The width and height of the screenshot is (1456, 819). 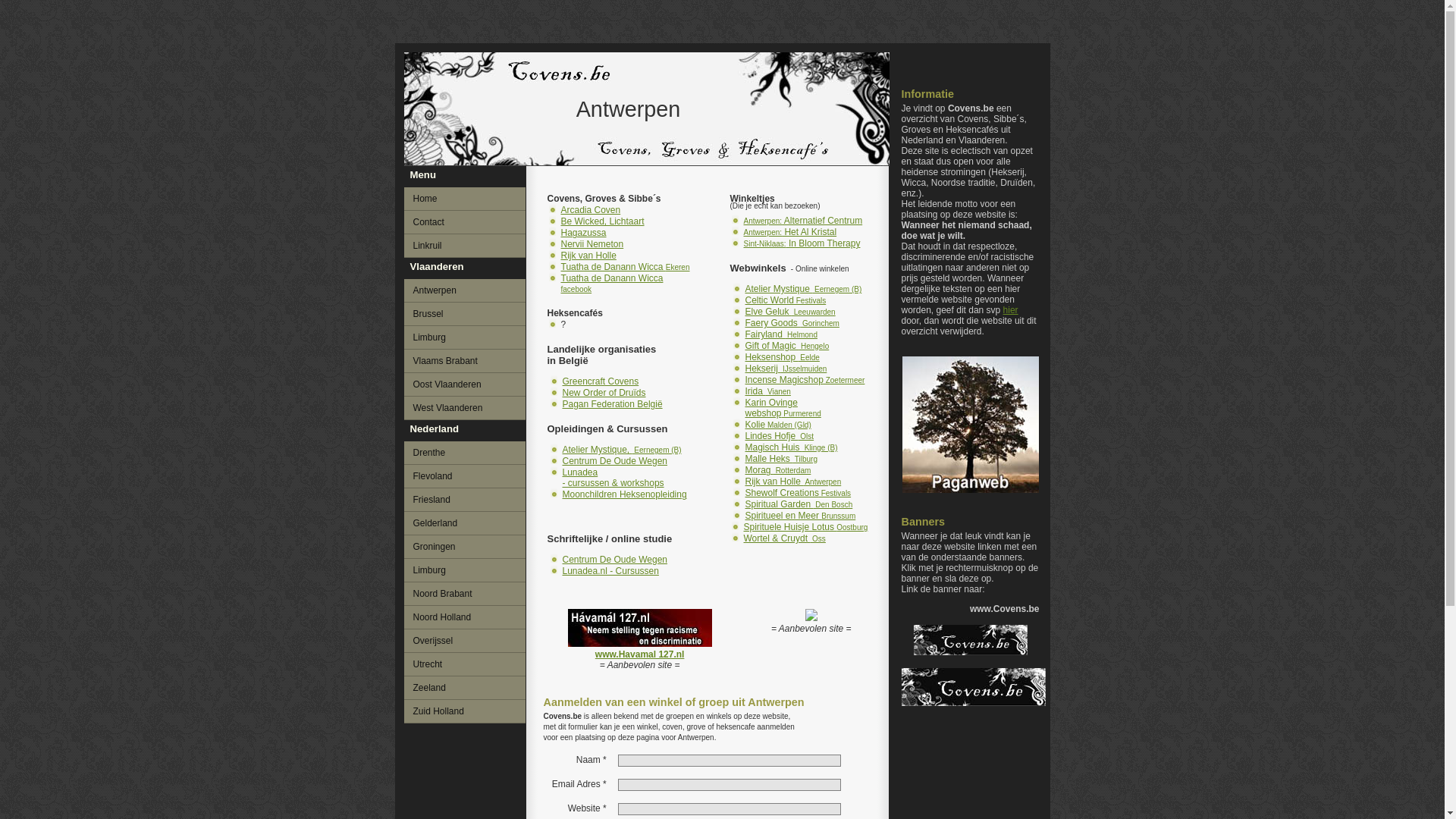 What do you see at coordinates (463, 336) in the screenshot?
I see `'Limburg'` at bounding box center [463, 336].